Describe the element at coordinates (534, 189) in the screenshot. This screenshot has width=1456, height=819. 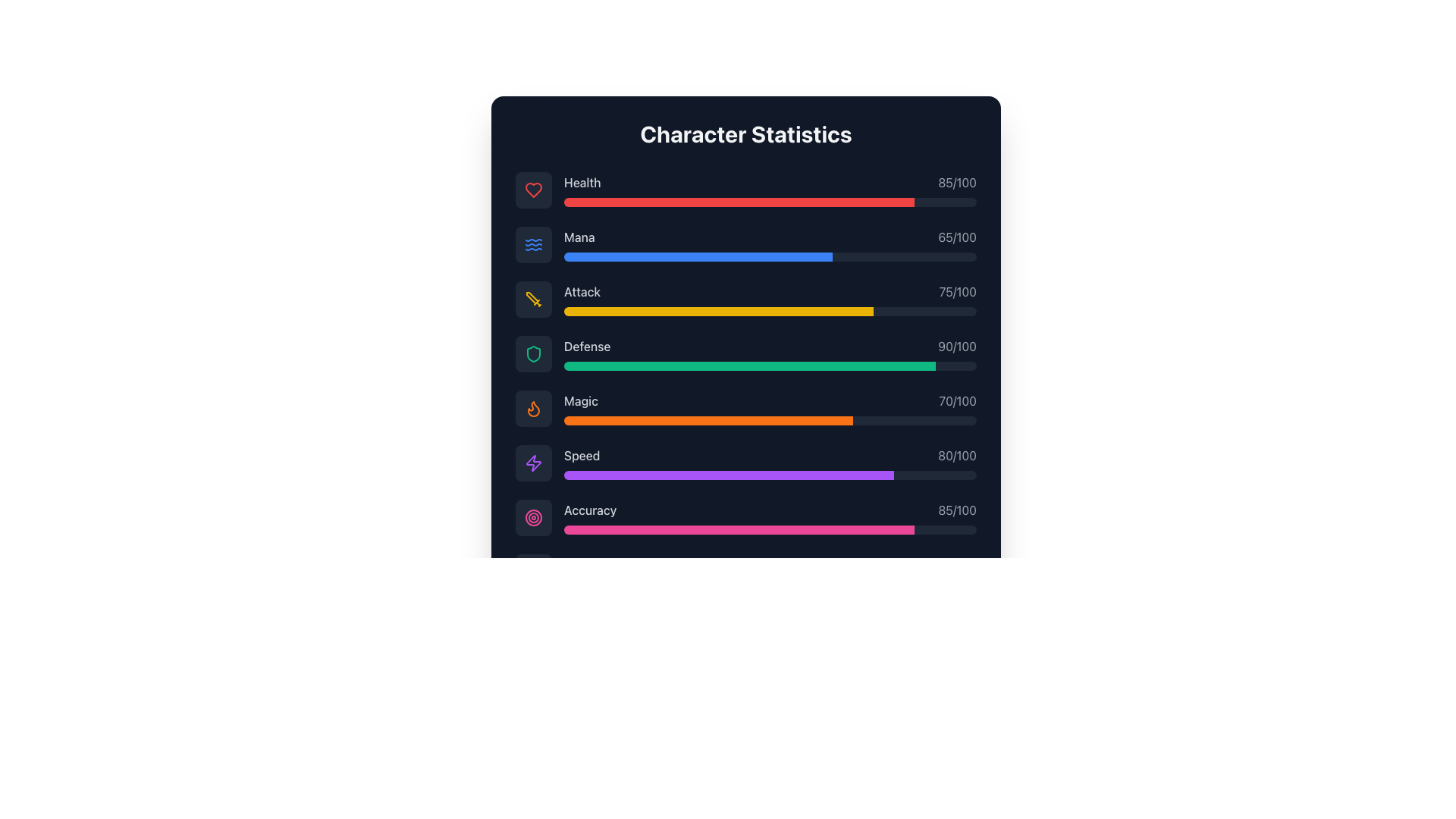
I see `SVG structure of the heart-shaped icon outlined in red, which is located in the first row of the statistics table to the left of the 'Health' label` at that location.